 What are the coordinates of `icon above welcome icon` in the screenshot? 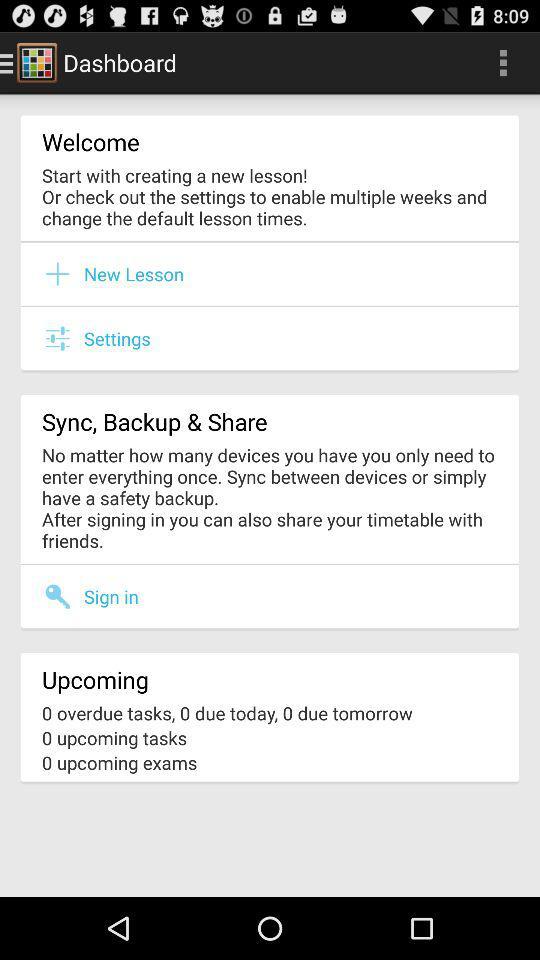 It's located at (502, 62).